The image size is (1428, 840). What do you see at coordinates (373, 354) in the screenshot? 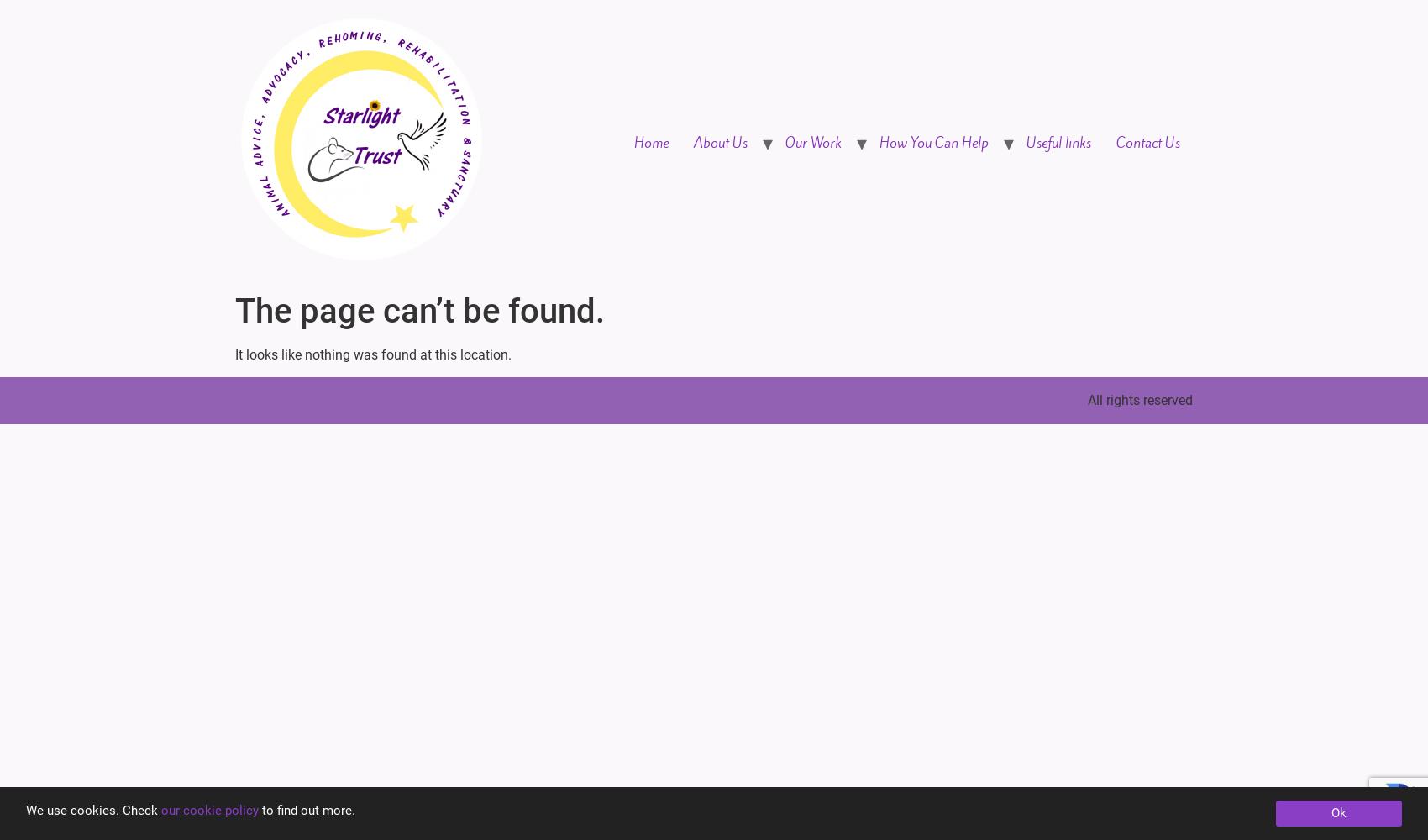
I see `'It looks like nothing was found at this location.'` at bounding box center [373, 354].